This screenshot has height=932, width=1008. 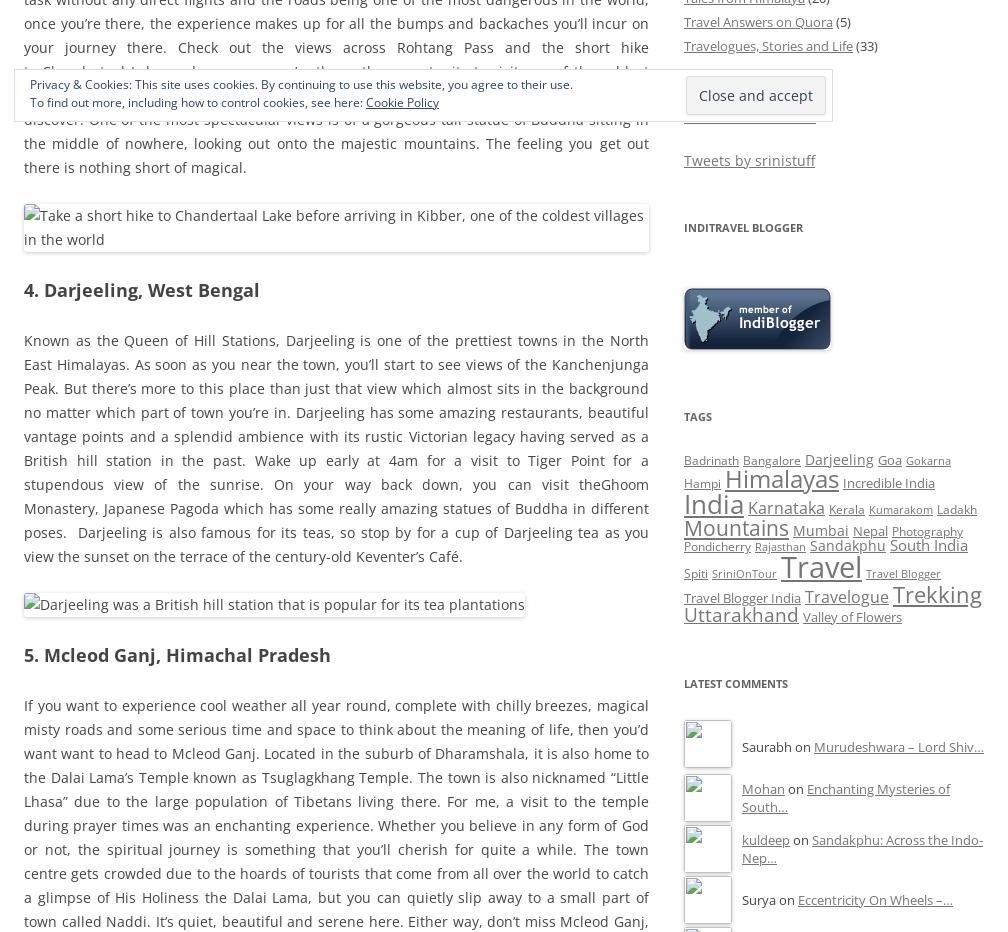 I want to click on 'kuldeep', so click(x=765, y=837).